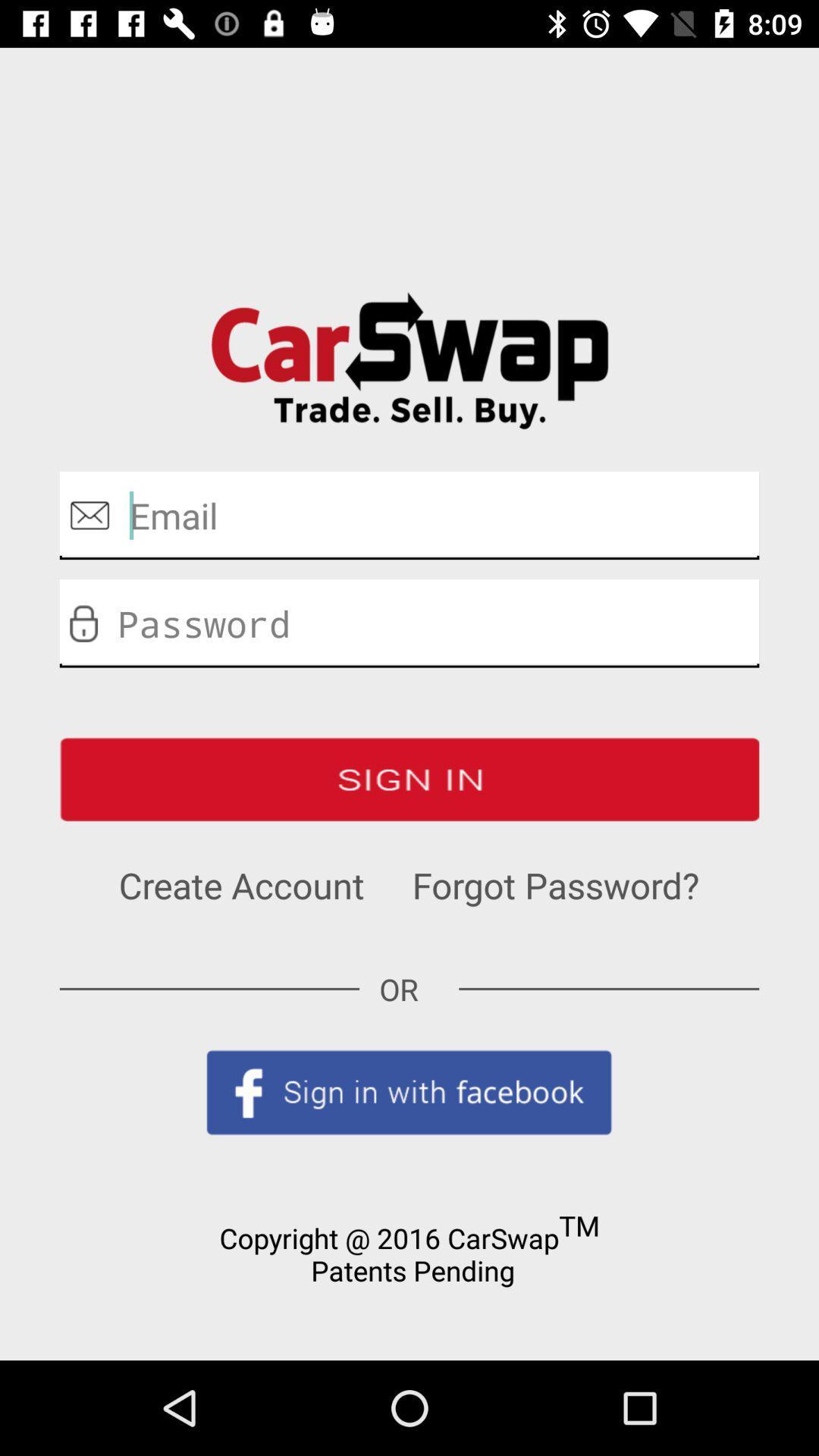 The height and width of the screenshot is (1456, 819). I want to click on opens a field to type a password, so click(409, 623).